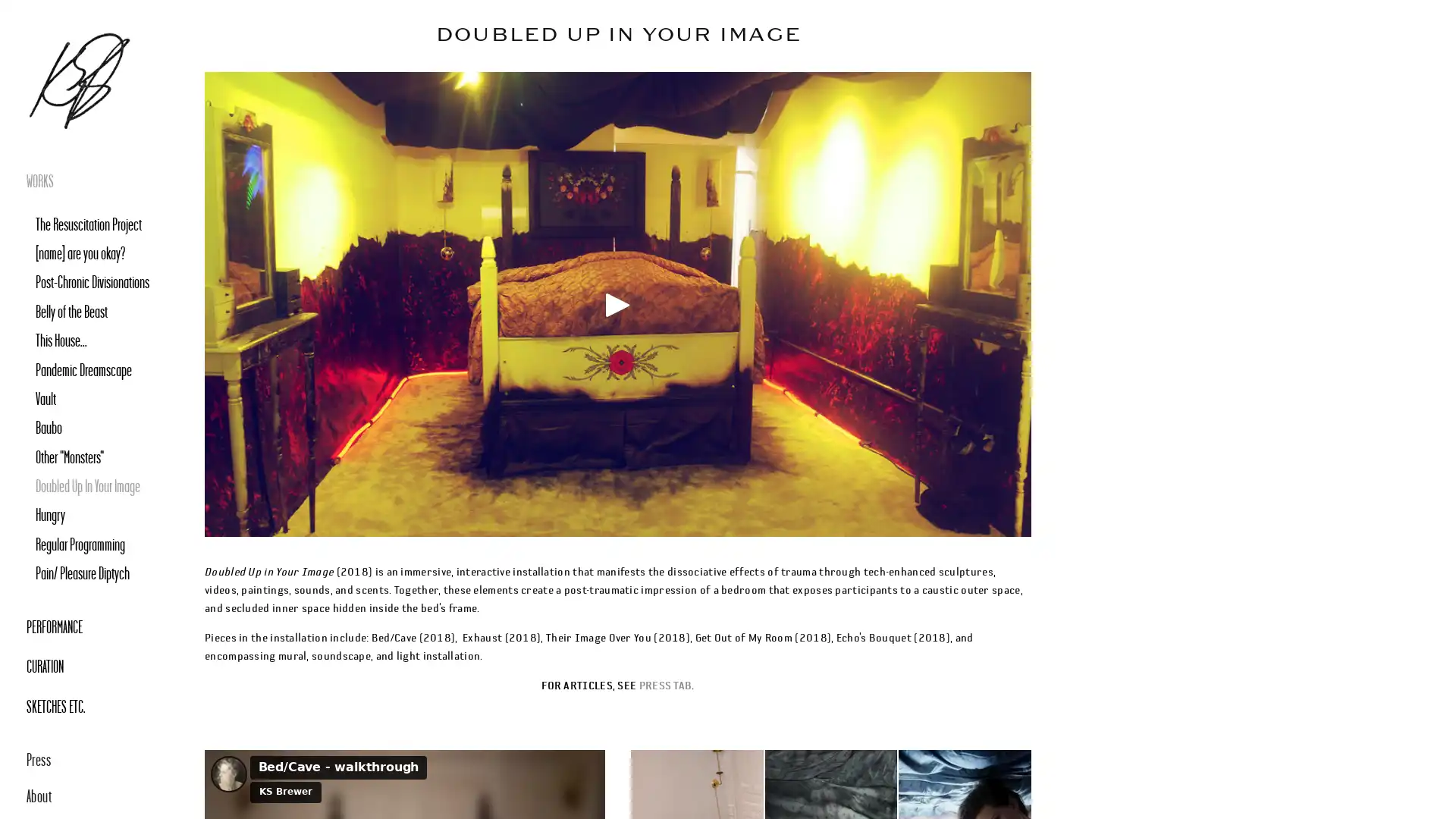 This screenshot has width=1456, height=819. Describe the element at coordinates (618, 304) in the screenshot. I see `Play` at that location.